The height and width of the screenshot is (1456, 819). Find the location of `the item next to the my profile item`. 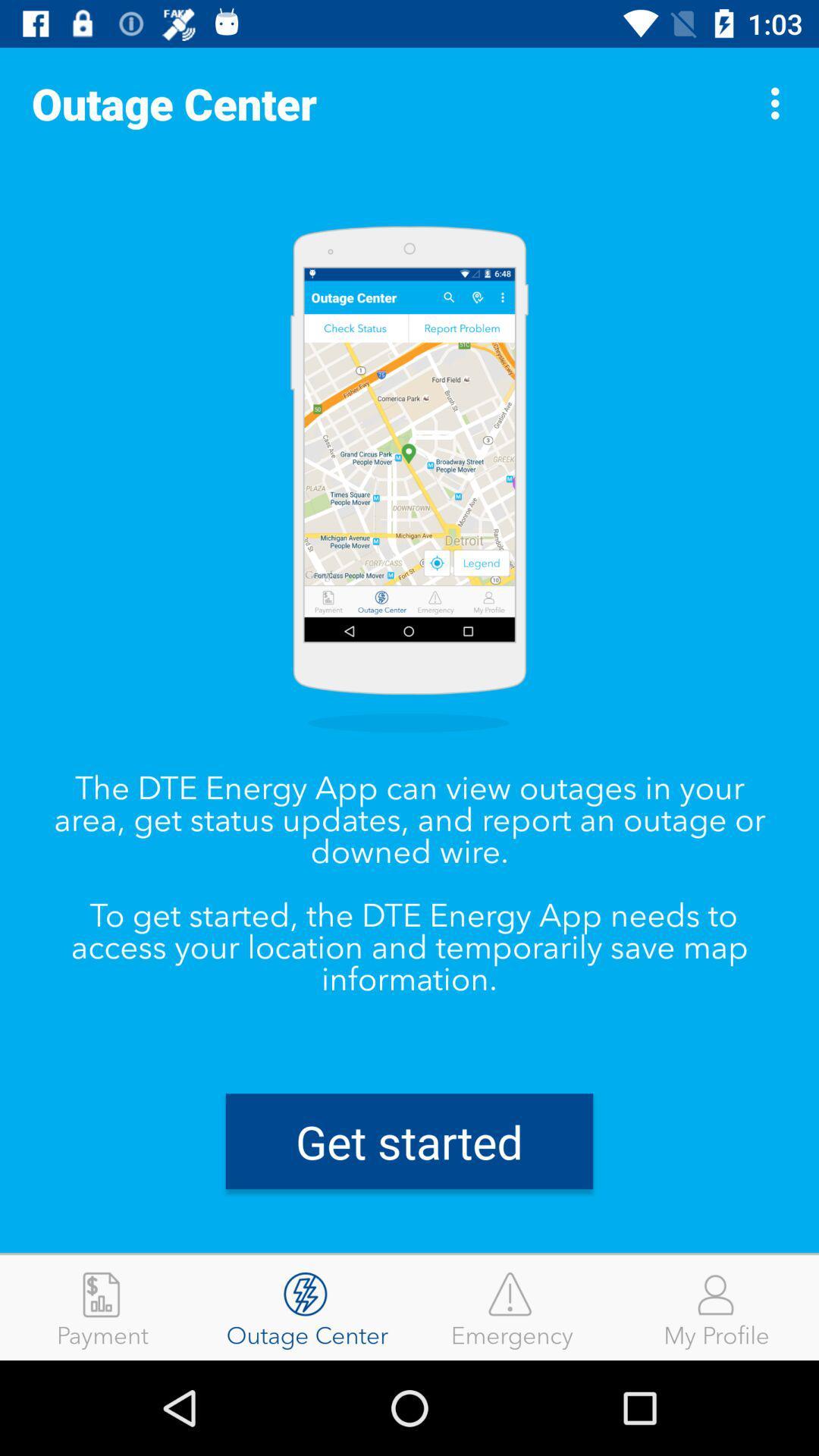

the item next to the my profile item is located at coordinates (512, 1307).